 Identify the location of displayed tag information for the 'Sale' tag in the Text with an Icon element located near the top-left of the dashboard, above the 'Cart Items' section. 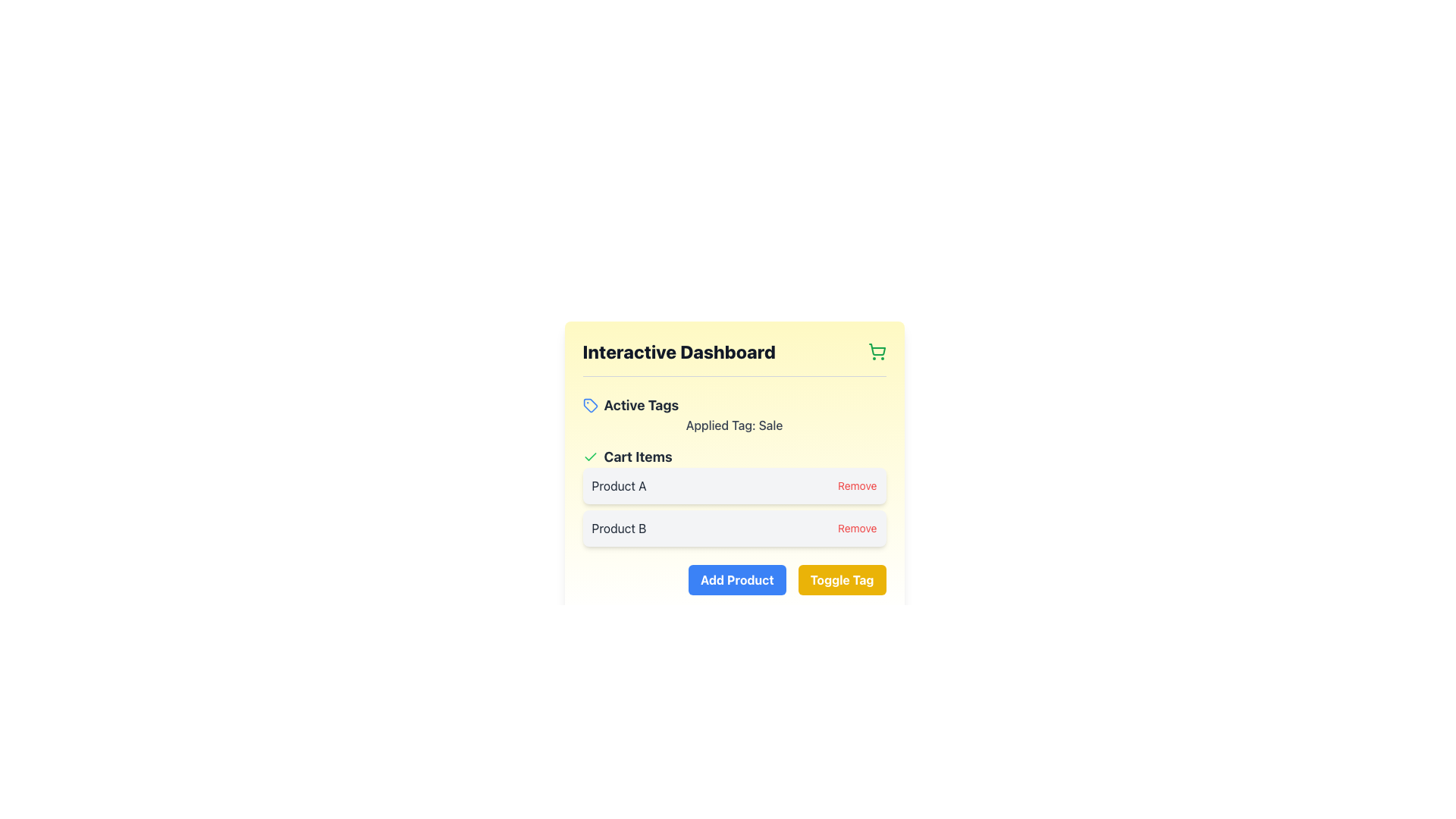
(734, 415).